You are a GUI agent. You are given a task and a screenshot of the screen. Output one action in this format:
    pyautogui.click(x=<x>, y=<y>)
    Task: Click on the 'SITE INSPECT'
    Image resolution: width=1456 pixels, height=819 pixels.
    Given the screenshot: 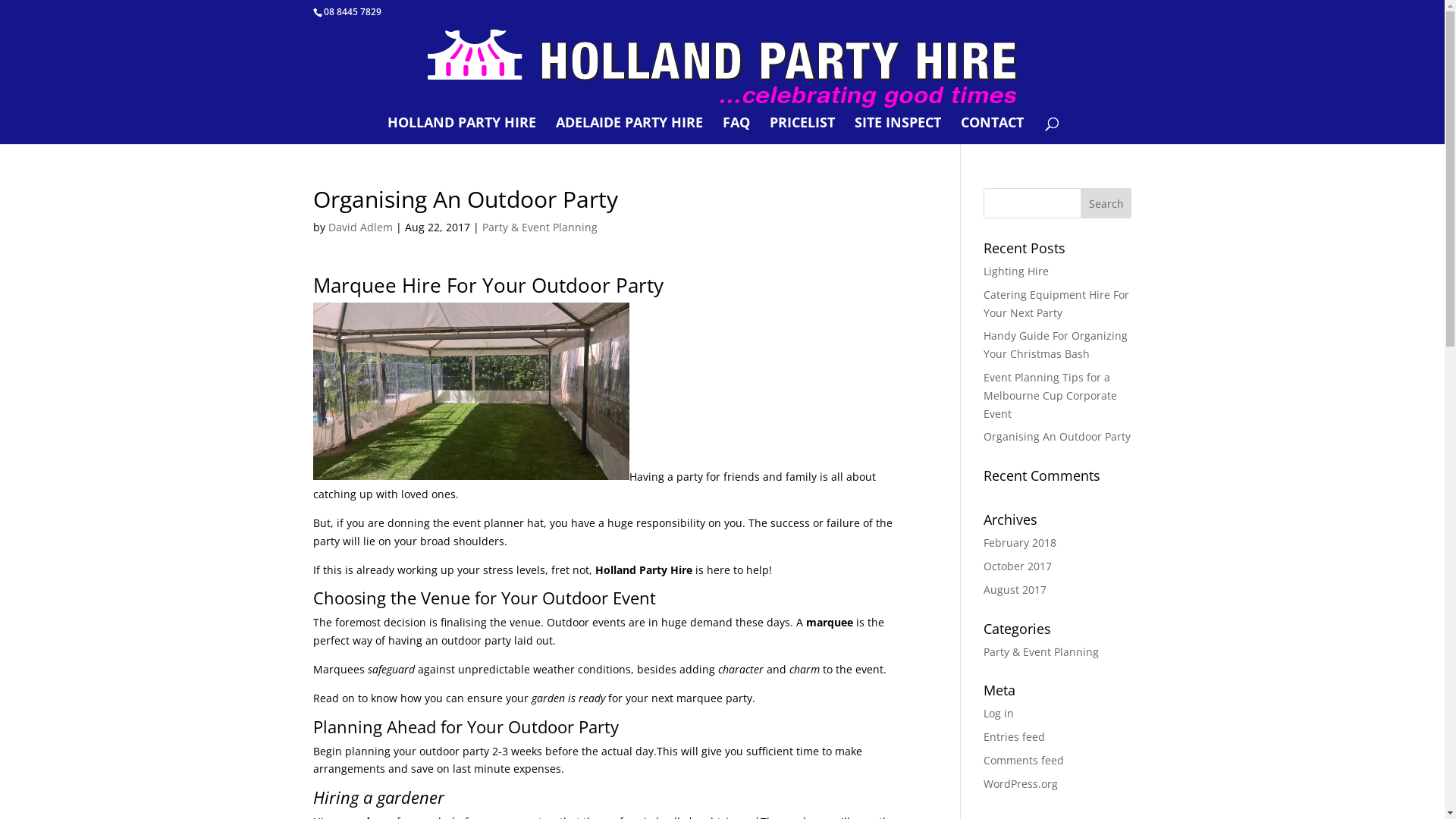 What is the action you would take?
    pyautogui.click(x=898, y=130)
    